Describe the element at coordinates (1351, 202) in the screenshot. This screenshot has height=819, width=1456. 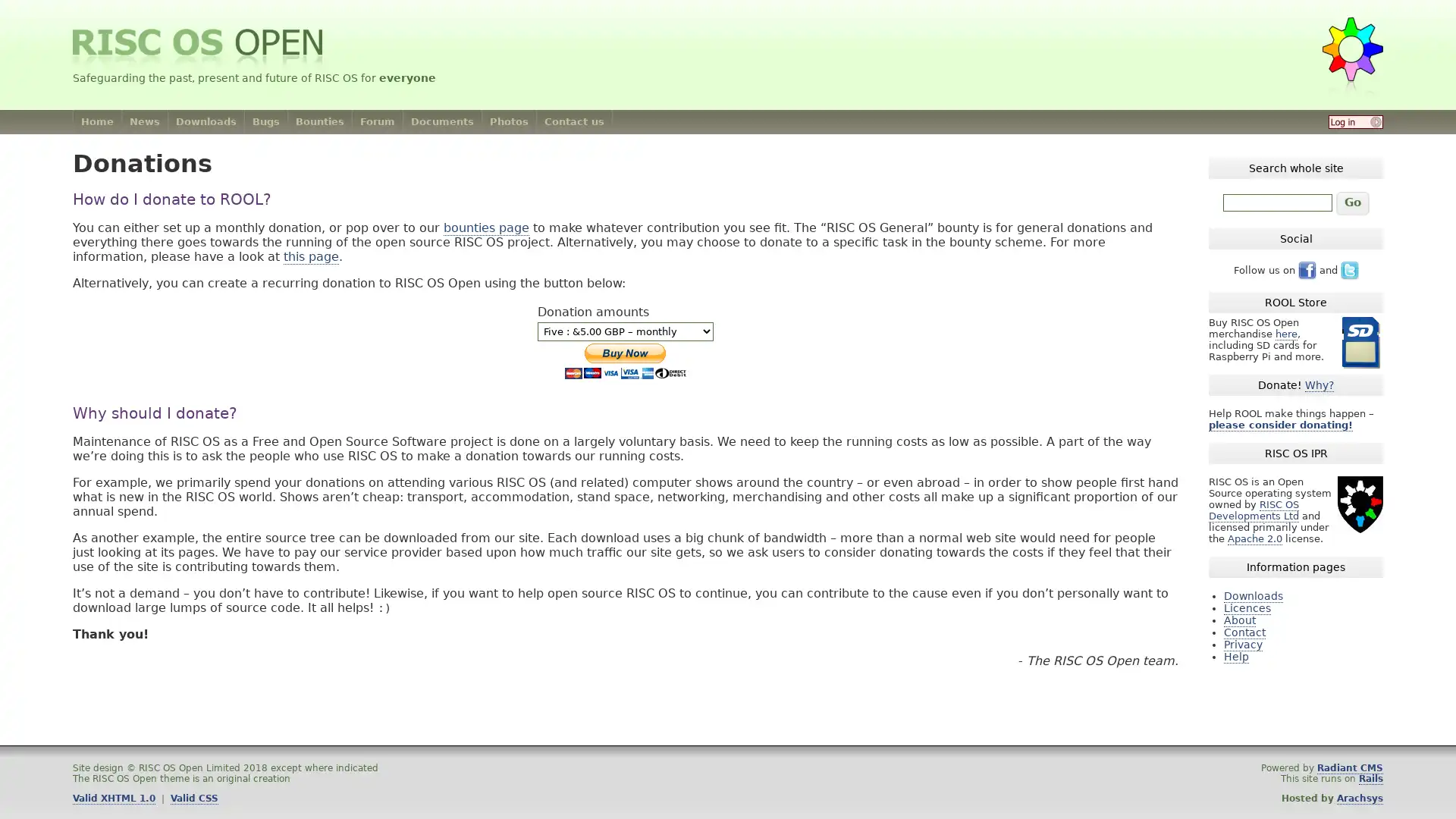
I see `Go` at that location.